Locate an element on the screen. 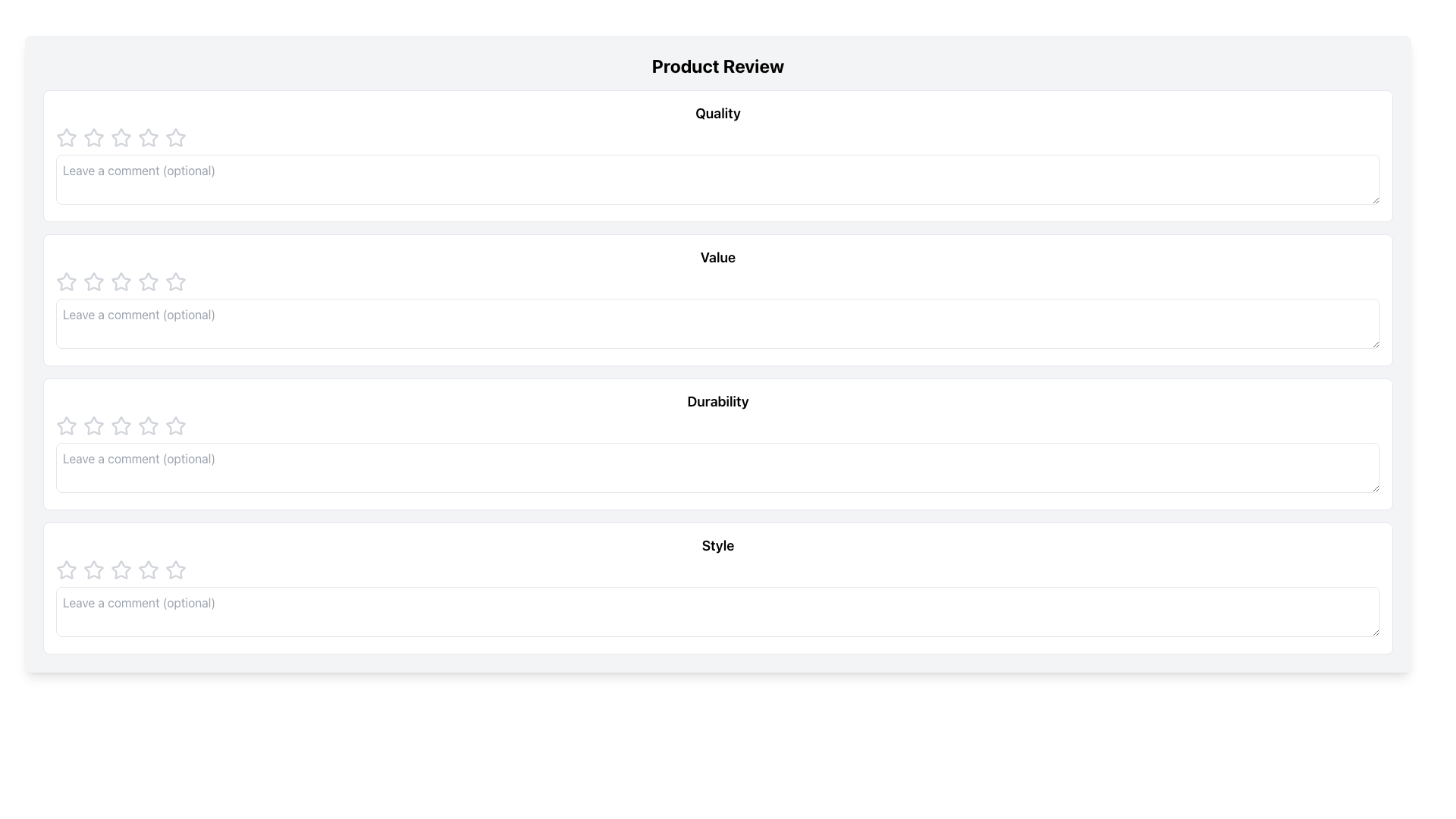 The image size is (1456, 819). the first star icon in the 'Quality' rating section for accessibility interactions is located at coordinates (93, 137).